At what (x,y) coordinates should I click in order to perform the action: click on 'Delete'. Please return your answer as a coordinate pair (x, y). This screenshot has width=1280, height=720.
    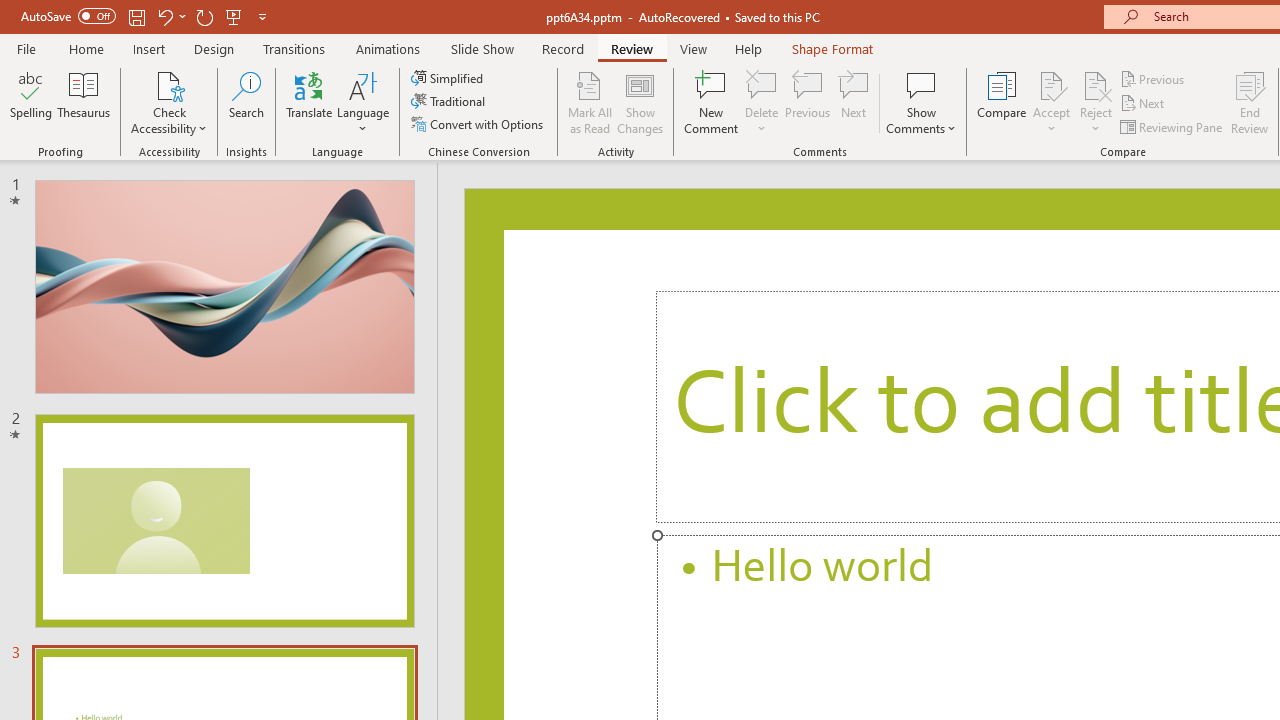
    Looking at the image, I should click on (761, 103).